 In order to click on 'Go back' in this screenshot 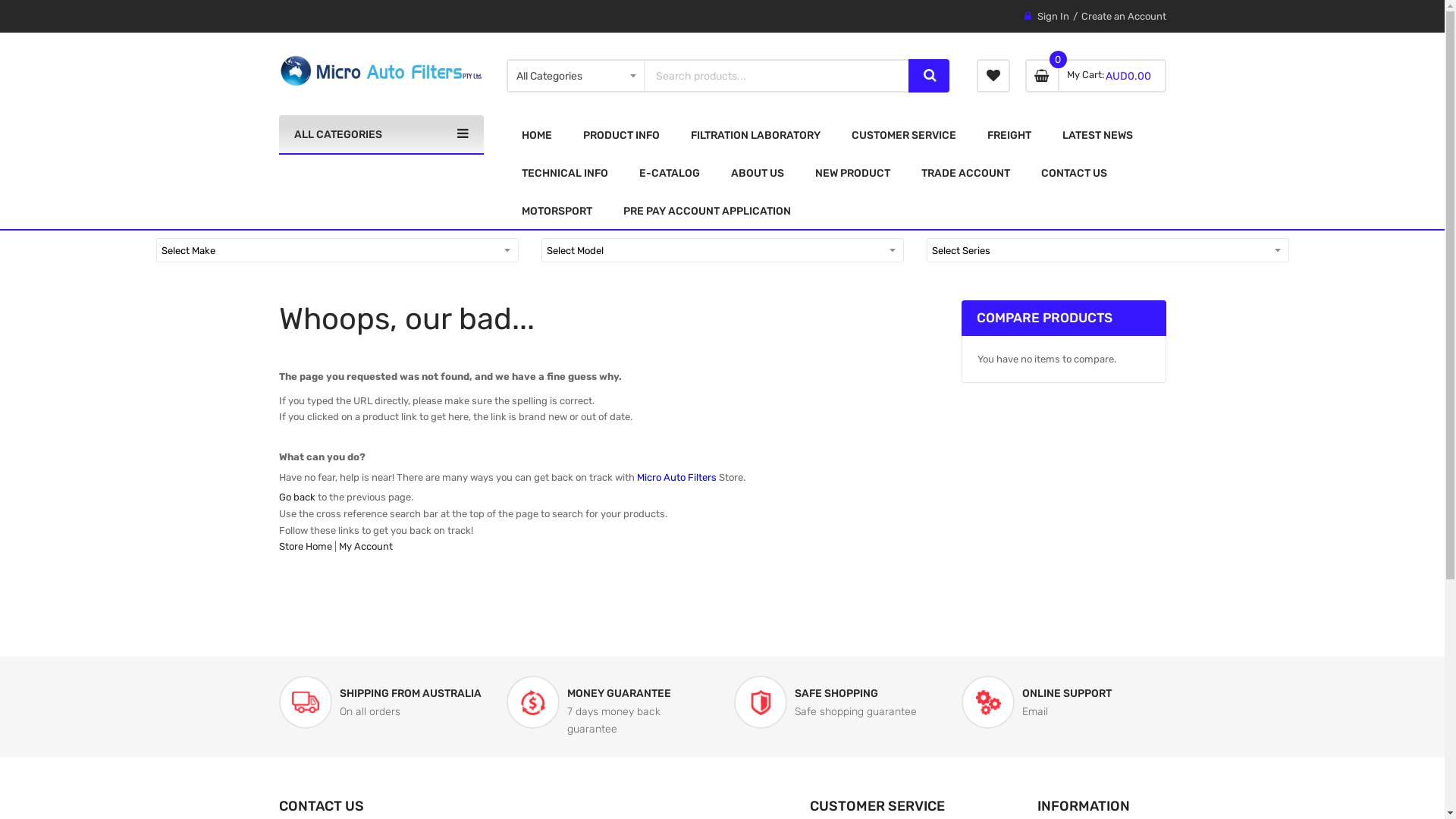, I will do `click(297, 497)`.